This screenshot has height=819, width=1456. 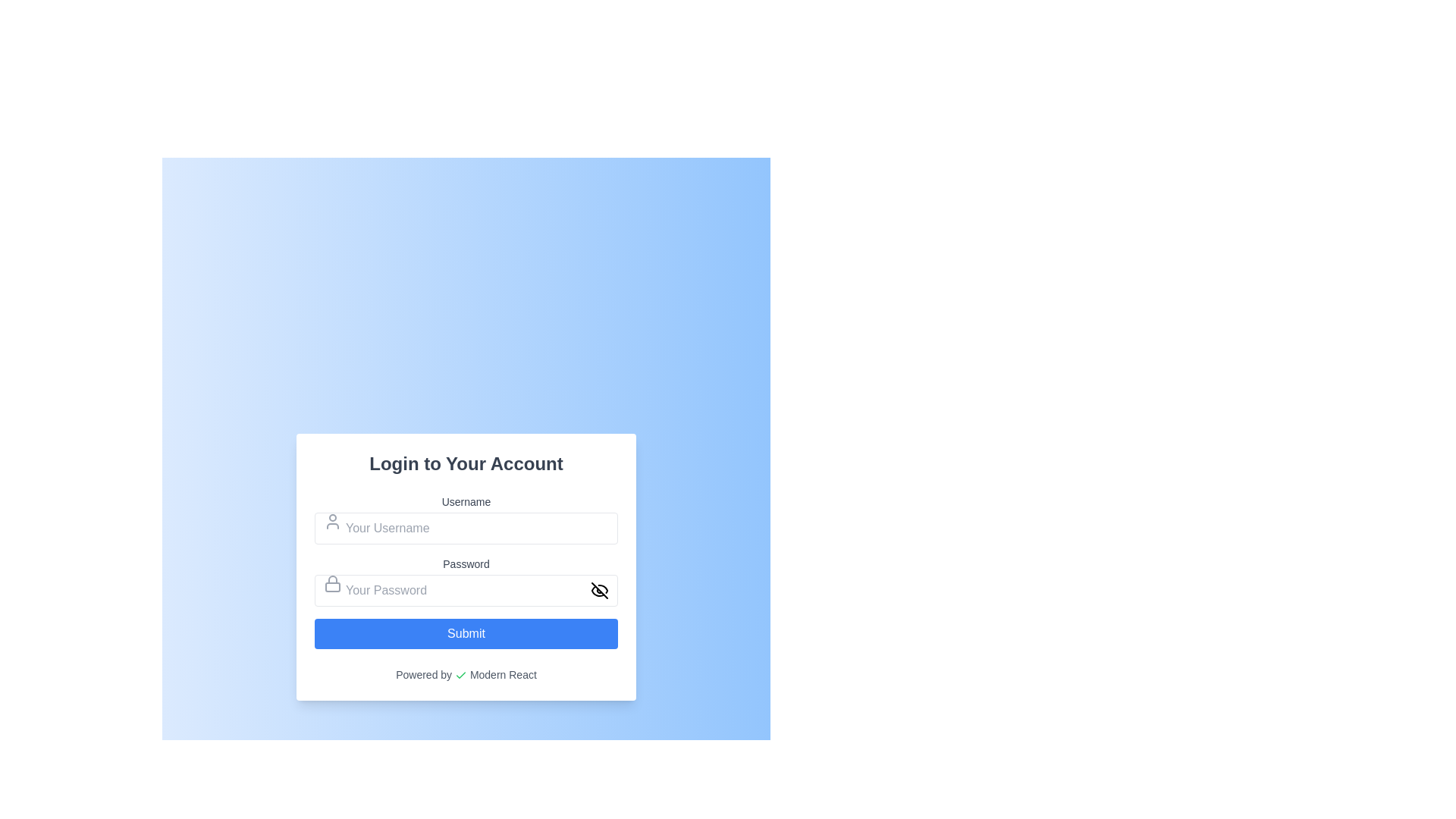 I want to click on the heading text element at the top-center of the login form, which introduces the purpose of the form, so click(x=465, y=463).